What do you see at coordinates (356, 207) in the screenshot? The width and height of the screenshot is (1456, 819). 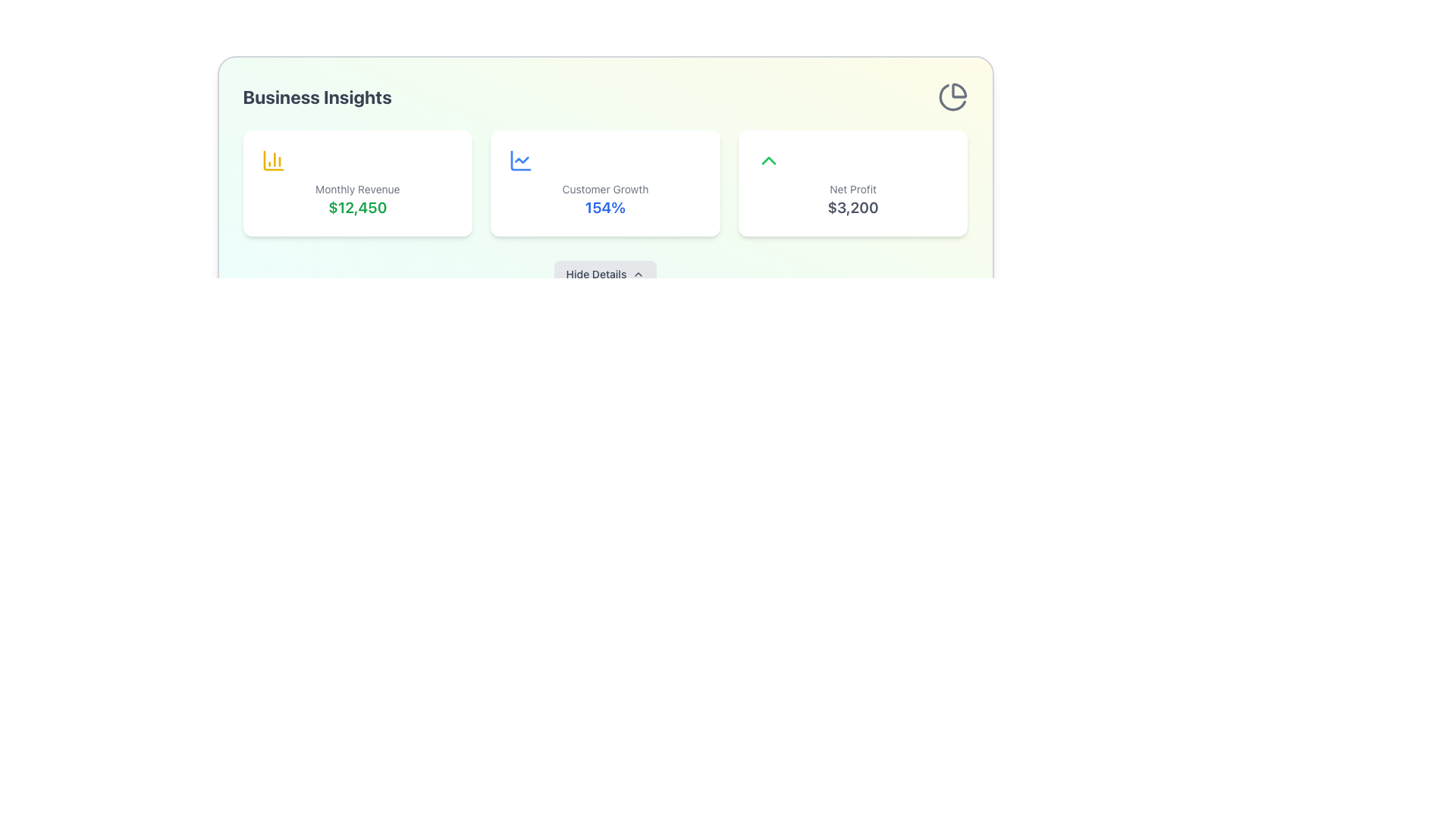 I see `the text displaying the total monthly revenue within the 'Monthly Revenue' card, which includes a bar chart icon and is located on the left side of the grid layout` at bounding box center [356, 207].